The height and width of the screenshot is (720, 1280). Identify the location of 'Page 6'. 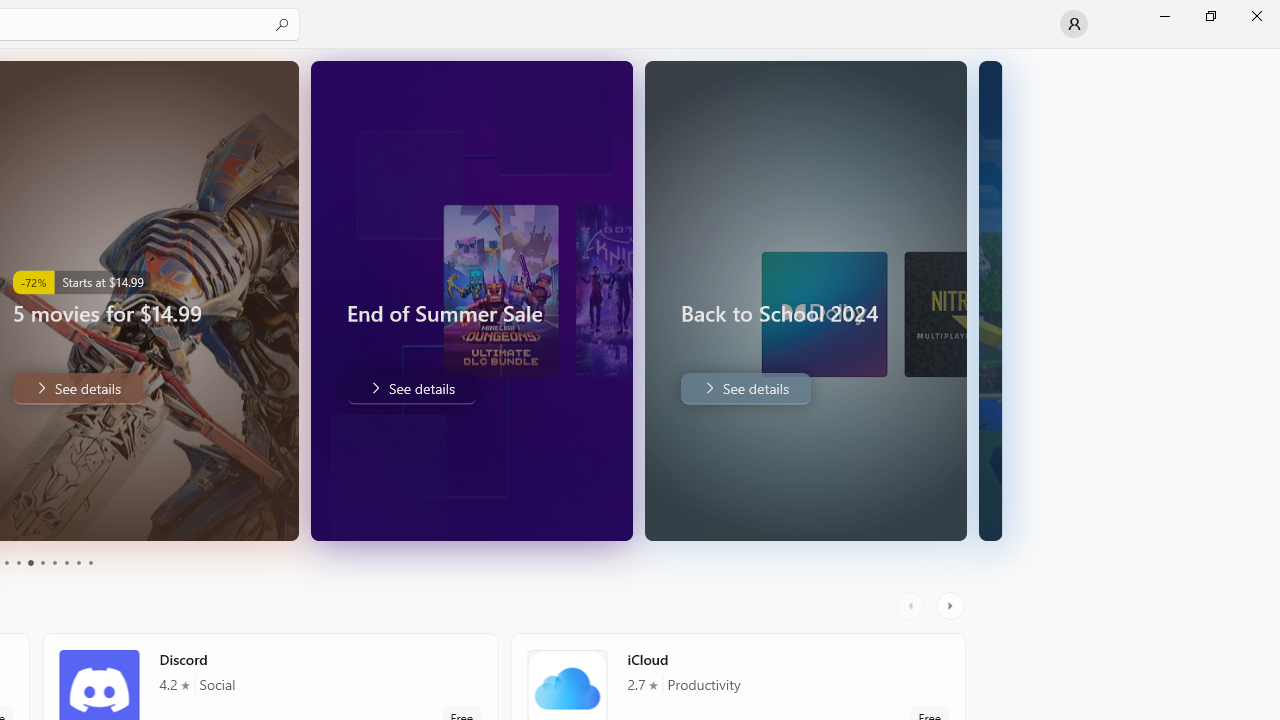
(42, 563).